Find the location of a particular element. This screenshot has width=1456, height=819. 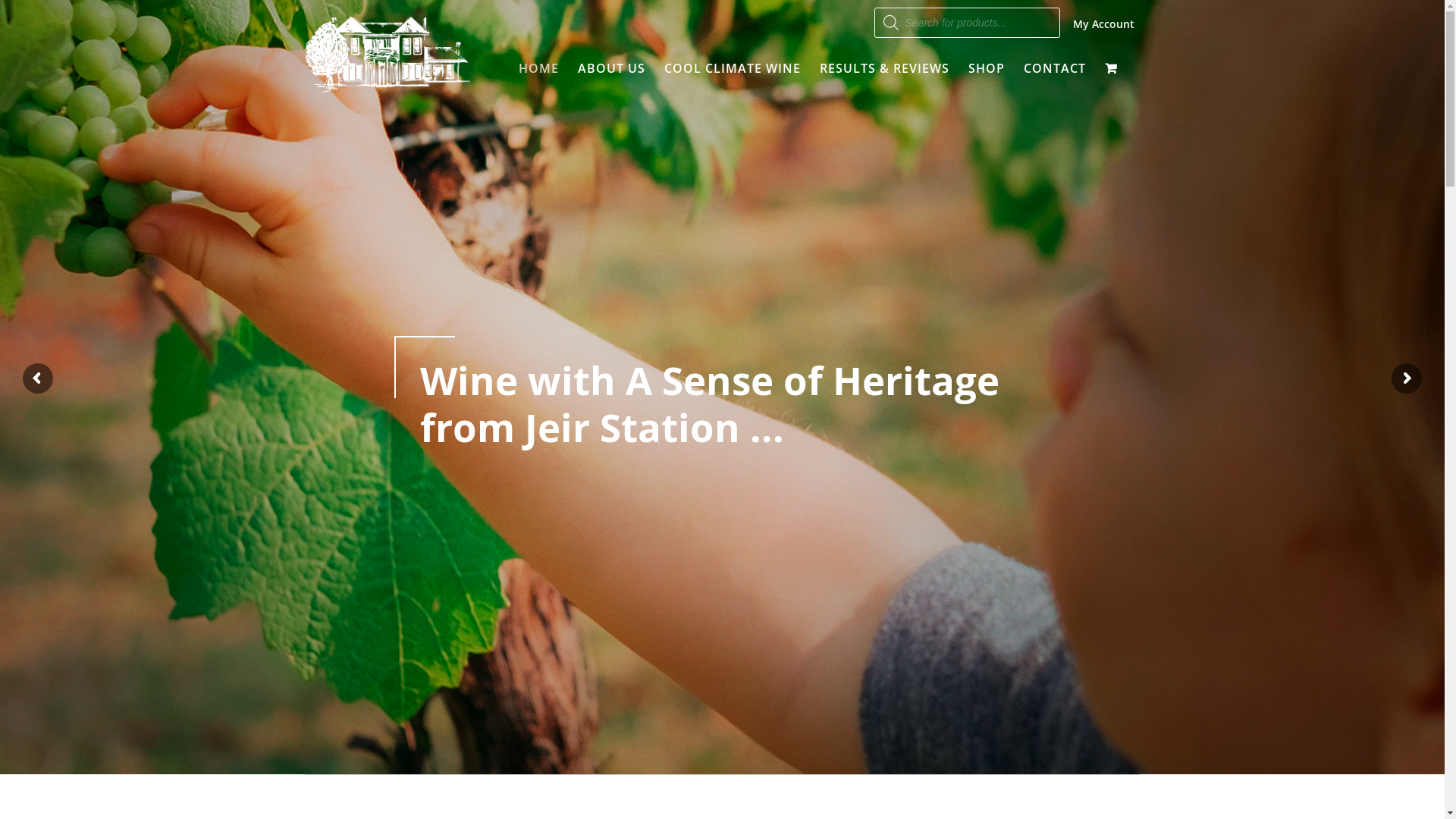

'My Account' is located at coordinates (1072, 24).